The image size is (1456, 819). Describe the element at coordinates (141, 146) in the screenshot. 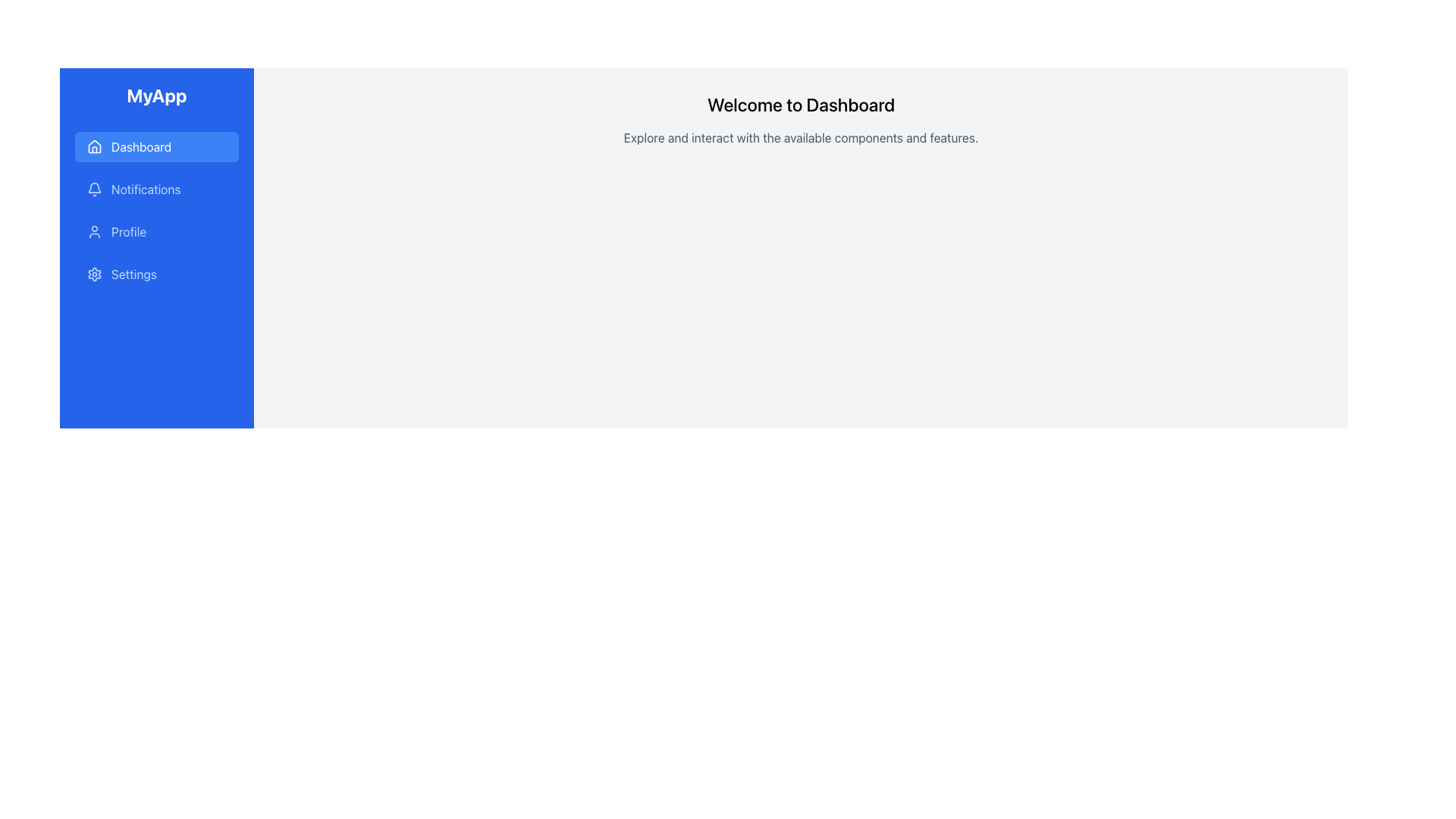

I see `the 'Dashboard' text label, which is part of the navigation button that grants access to the Dashboard section of the application` at that location.